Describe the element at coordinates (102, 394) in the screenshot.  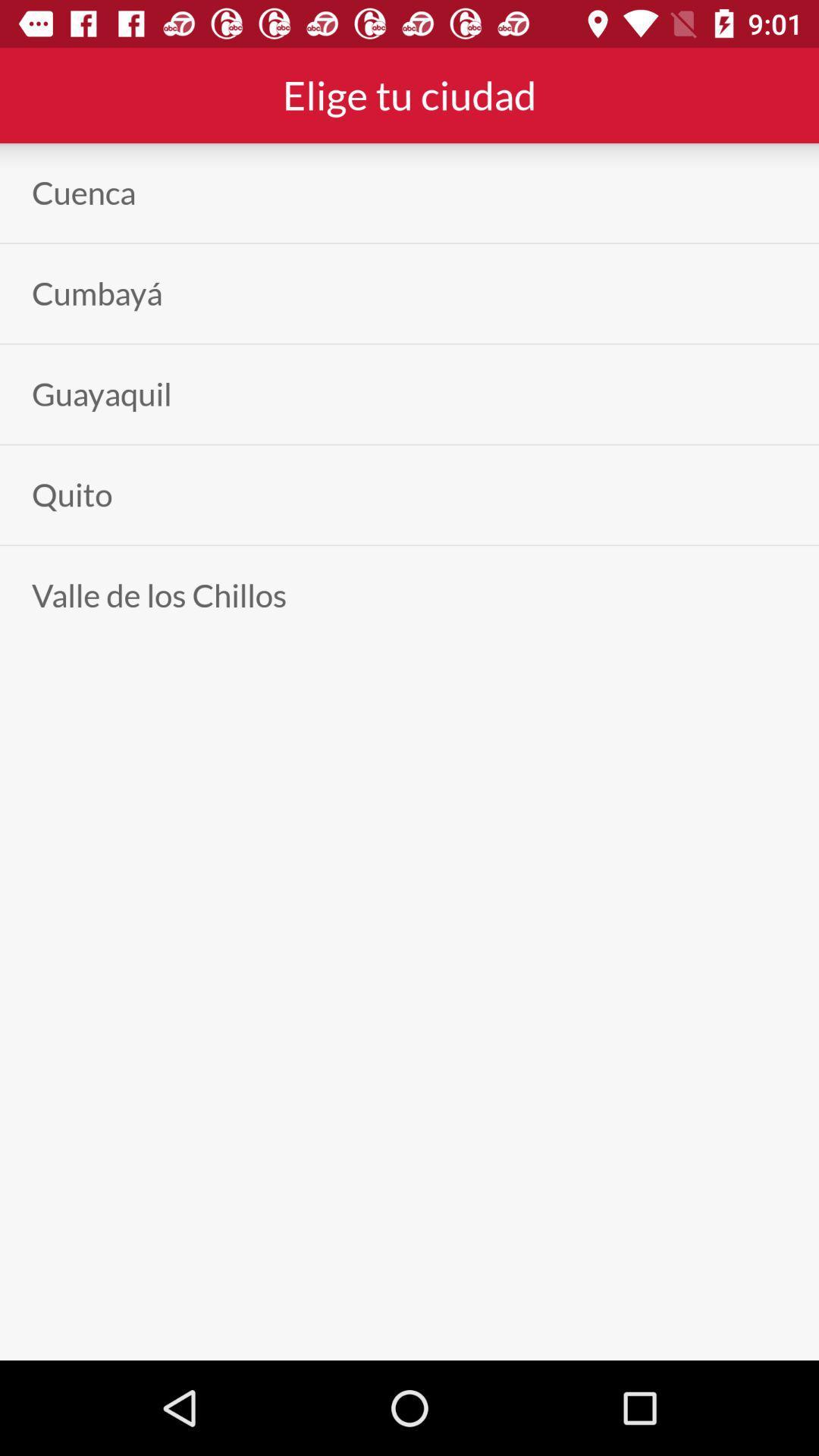
I see `the guayaquil app` at that location.